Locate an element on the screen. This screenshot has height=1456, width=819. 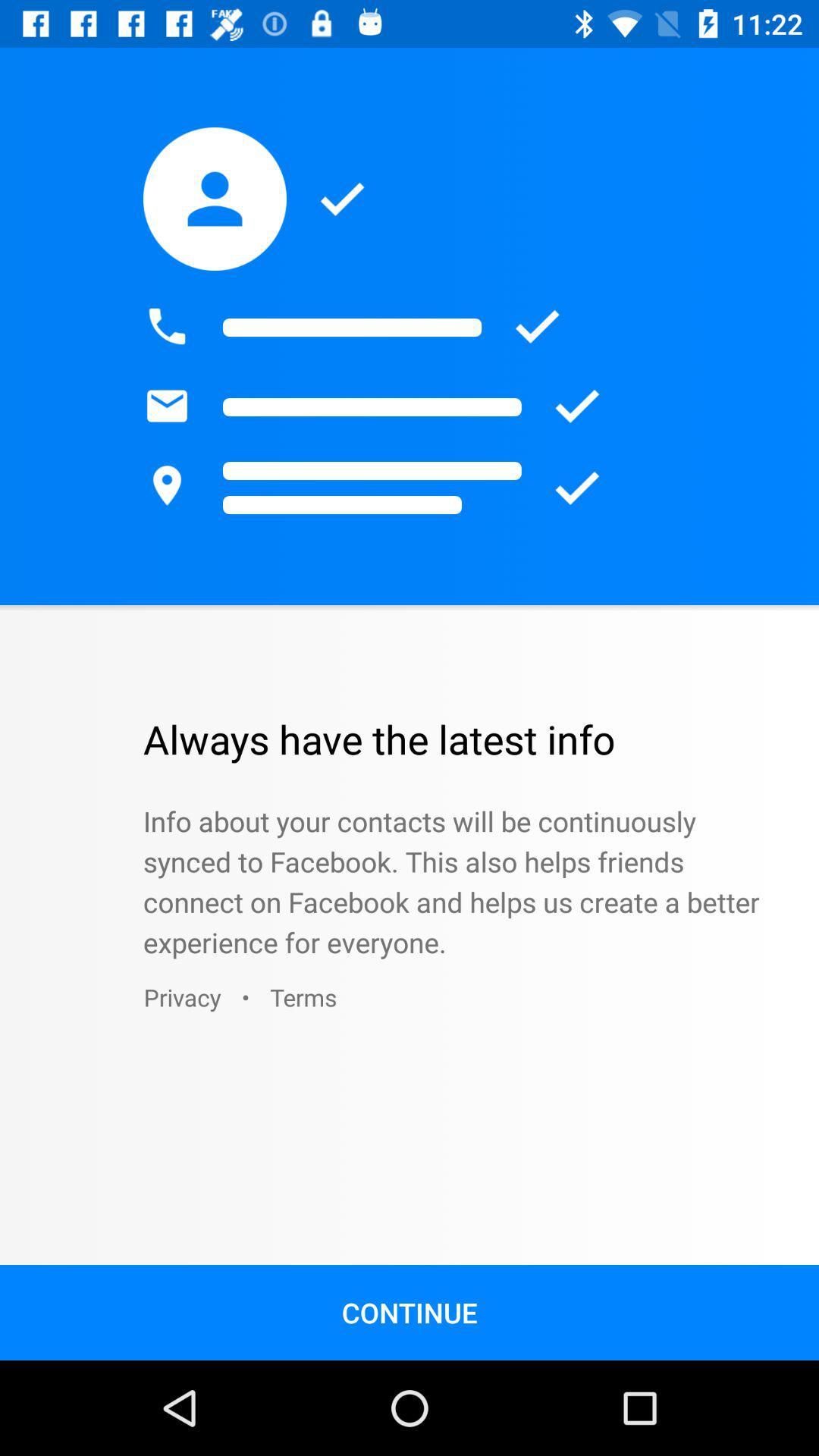
icon below the info about your is located at coordinates (303, 997).